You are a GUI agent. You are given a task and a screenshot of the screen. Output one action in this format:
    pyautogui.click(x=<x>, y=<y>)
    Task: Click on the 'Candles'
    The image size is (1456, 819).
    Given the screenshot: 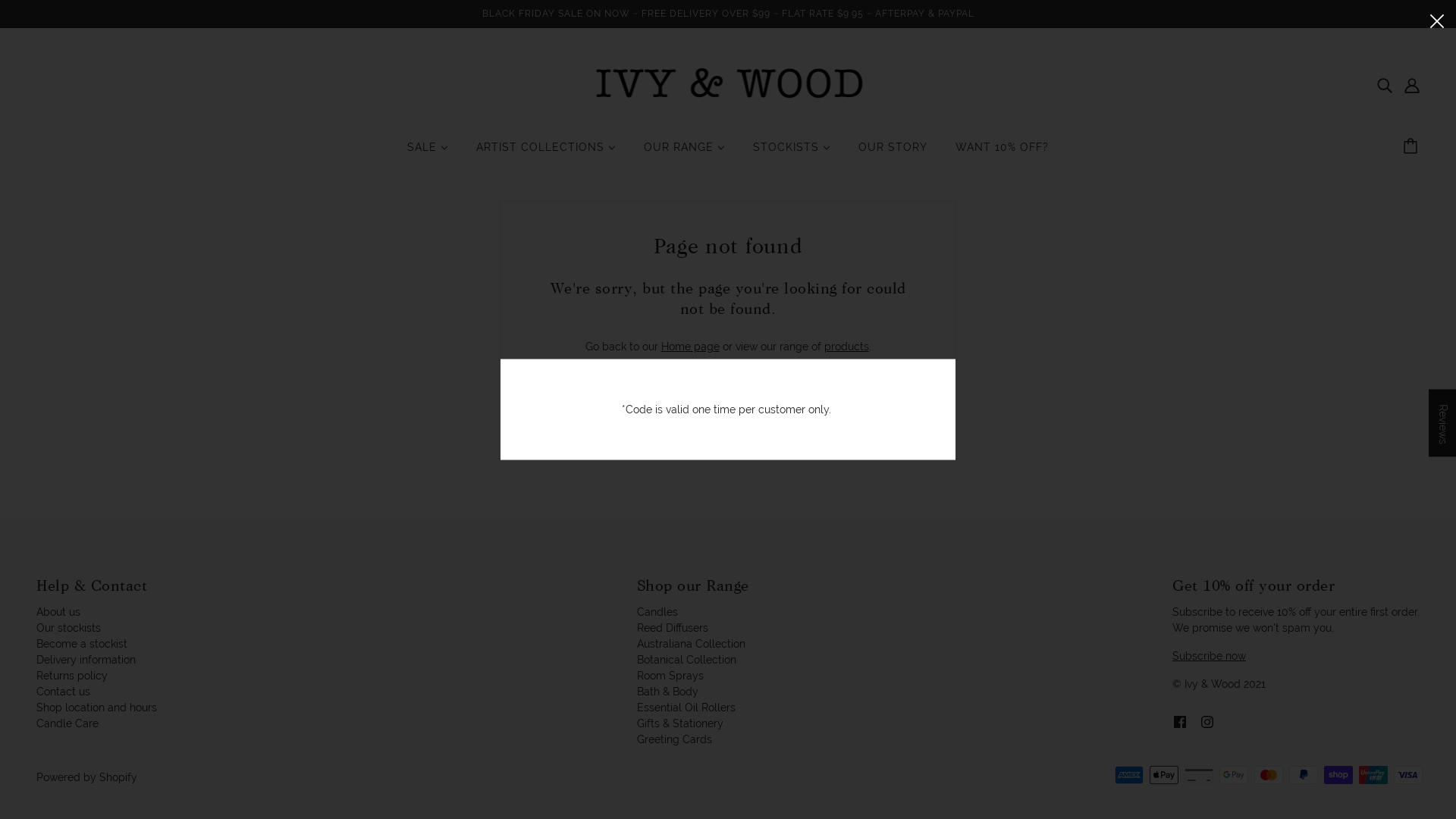 What is the action you would take?
    pyautogui.click(x=657, y=610)
    